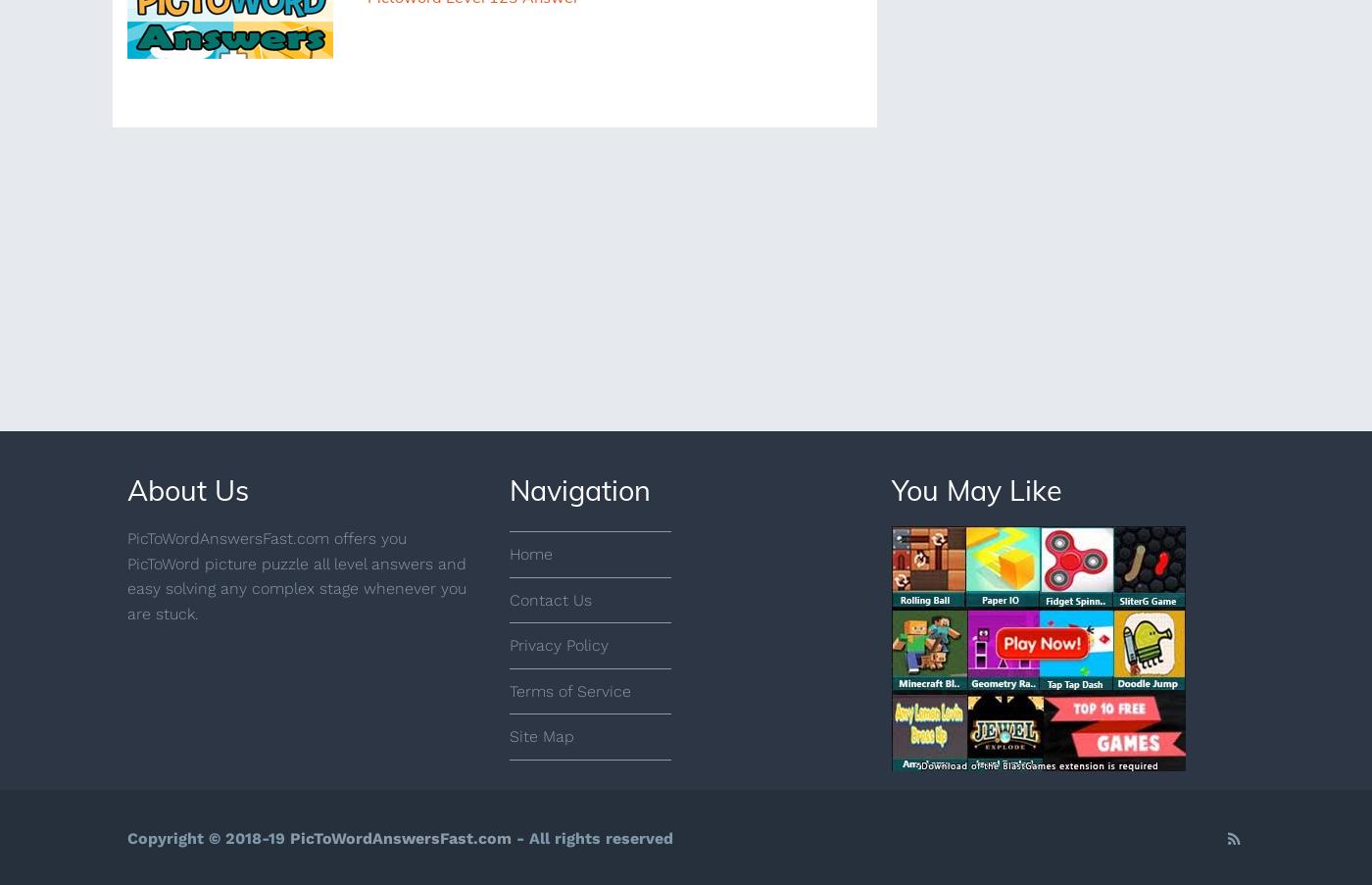 The height and width of the screenshot is (885, 1372). What do you see at coordinates (187, 489) in the screenshot?
I see `'About Us'` at bounding box center [187, 489].